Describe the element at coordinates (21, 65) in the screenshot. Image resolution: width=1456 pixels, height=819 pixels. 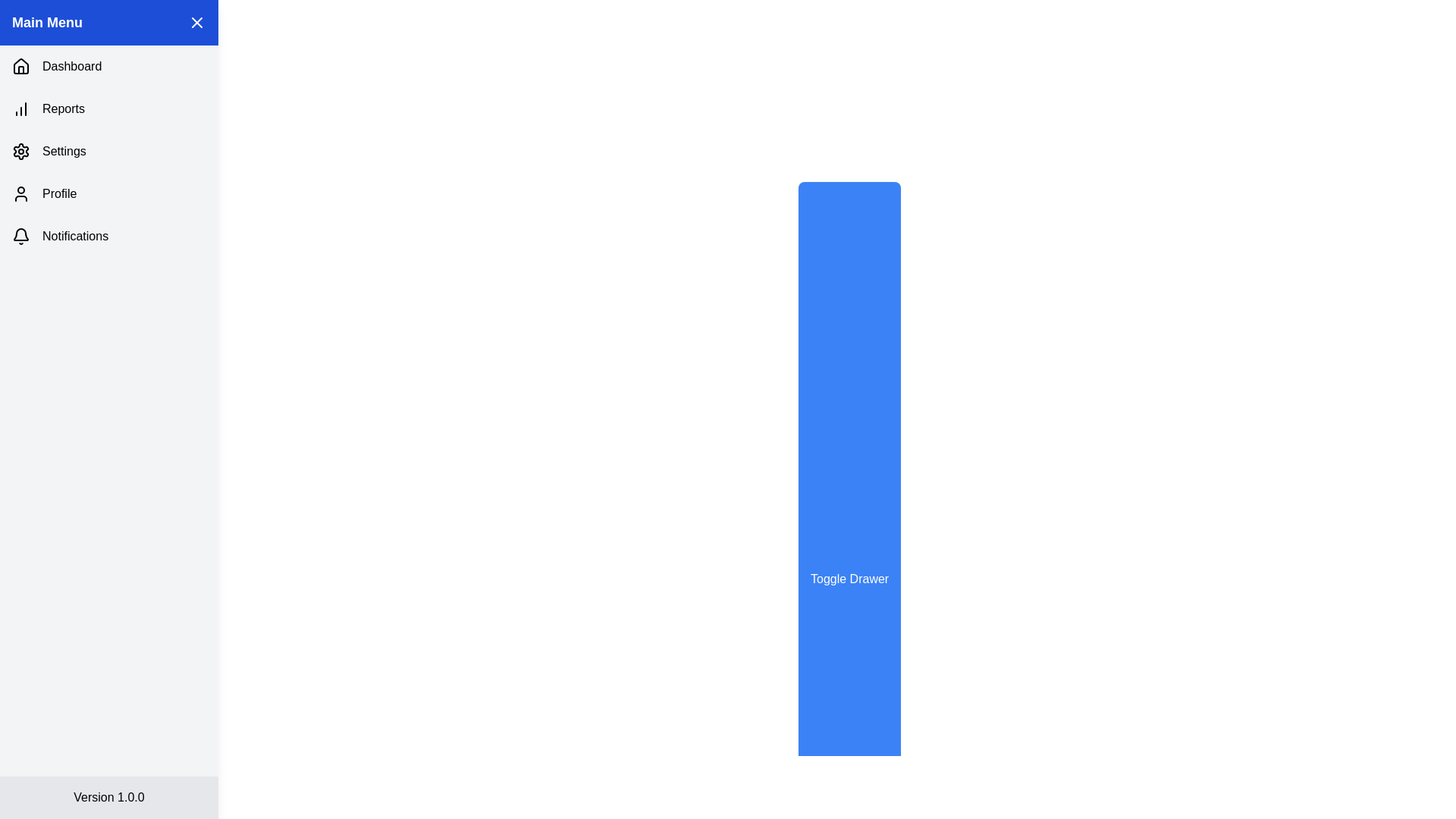
I see `the 'Home' icon, which is a minimalistic vector graphic resembling a house` at that location.